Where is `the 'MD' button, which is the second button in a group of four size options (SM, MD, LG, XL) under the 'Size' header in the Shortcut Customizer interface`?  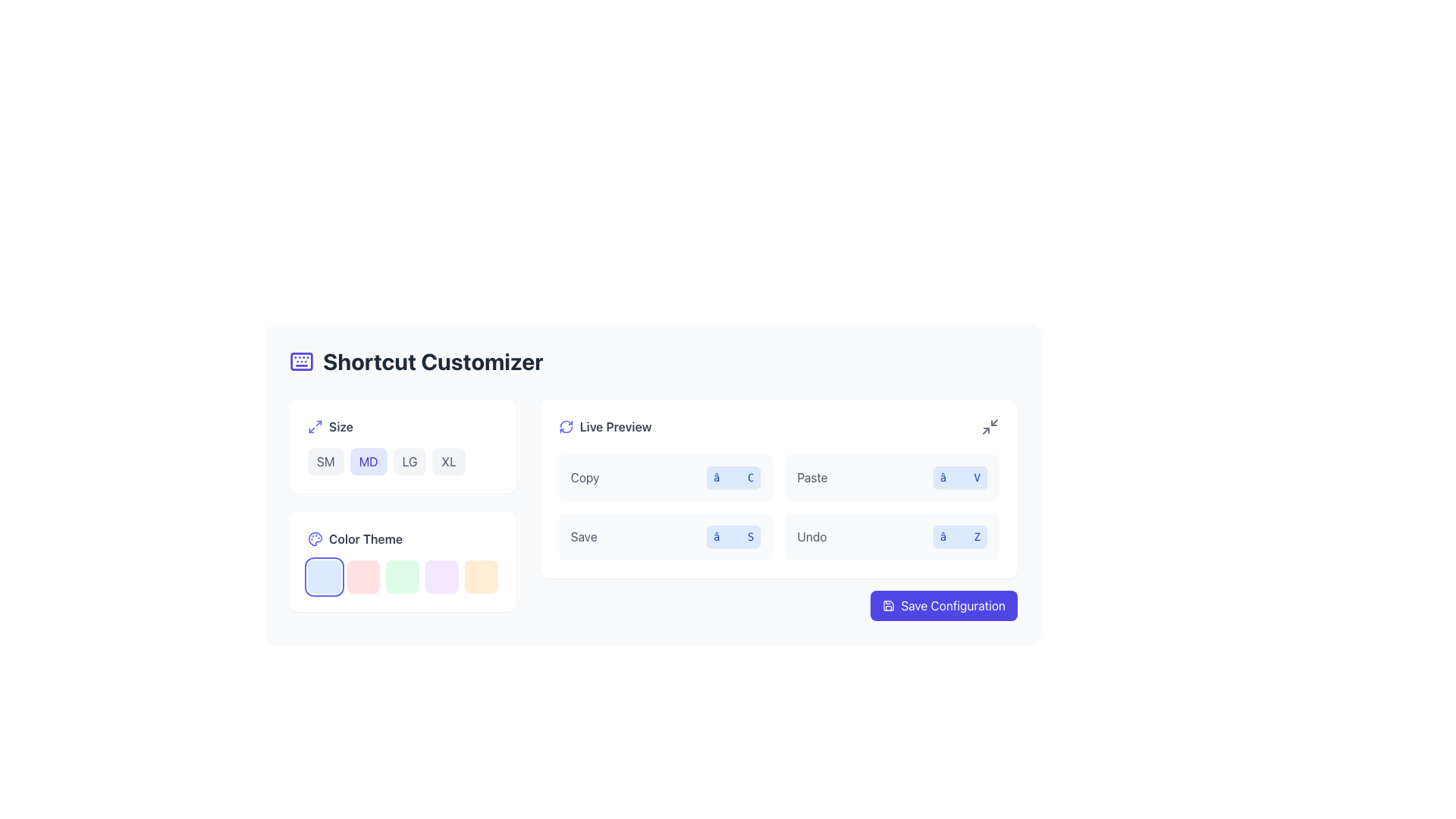
the 'MD' button, which is the second button in a group of four size options (SM, MD, LG, XL) under the 'Size' header in the Shortcut Customizer interface is located at coordinates (369, 461).